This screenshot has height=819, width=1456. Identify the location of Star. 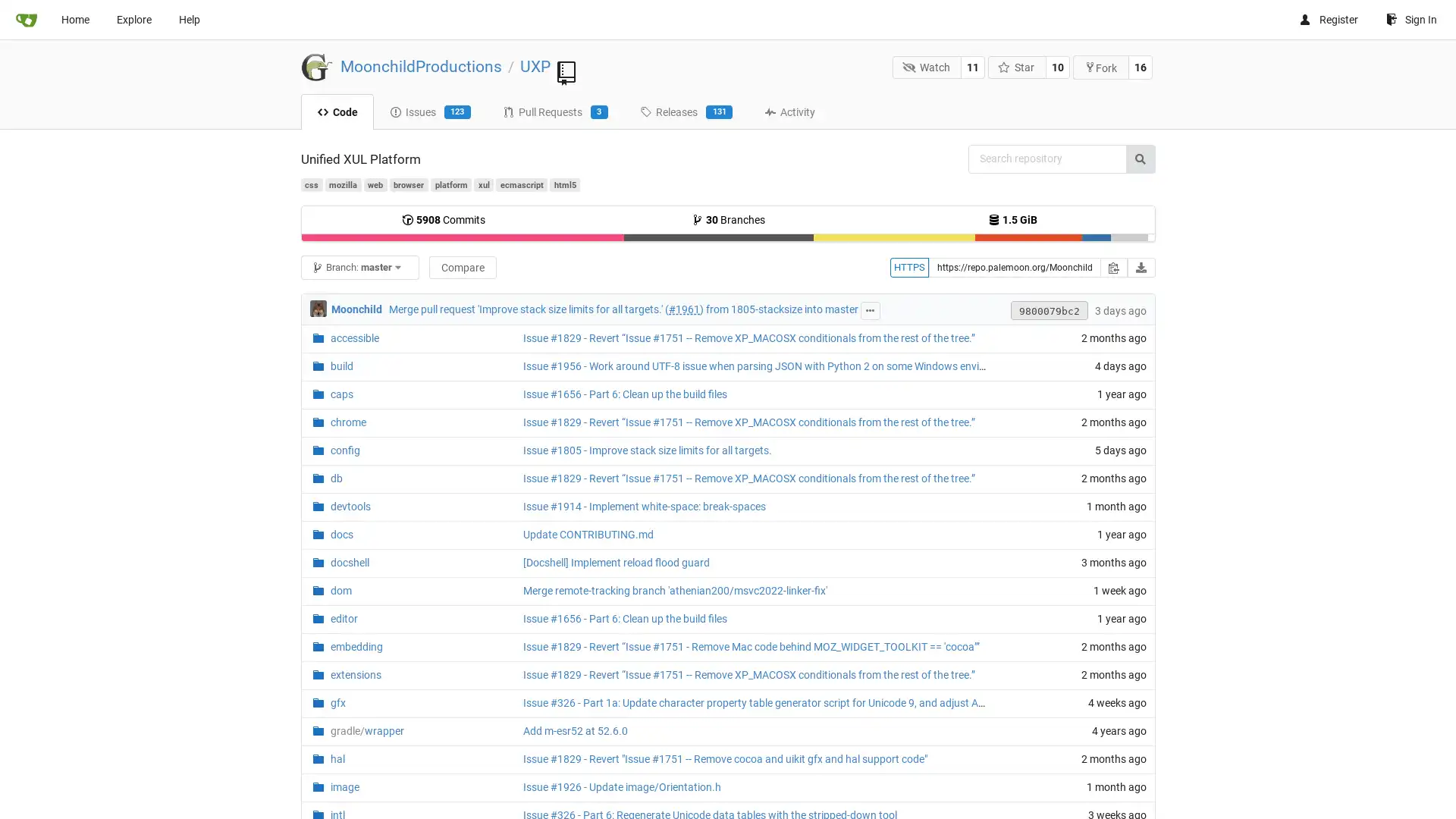
(1016, 66).